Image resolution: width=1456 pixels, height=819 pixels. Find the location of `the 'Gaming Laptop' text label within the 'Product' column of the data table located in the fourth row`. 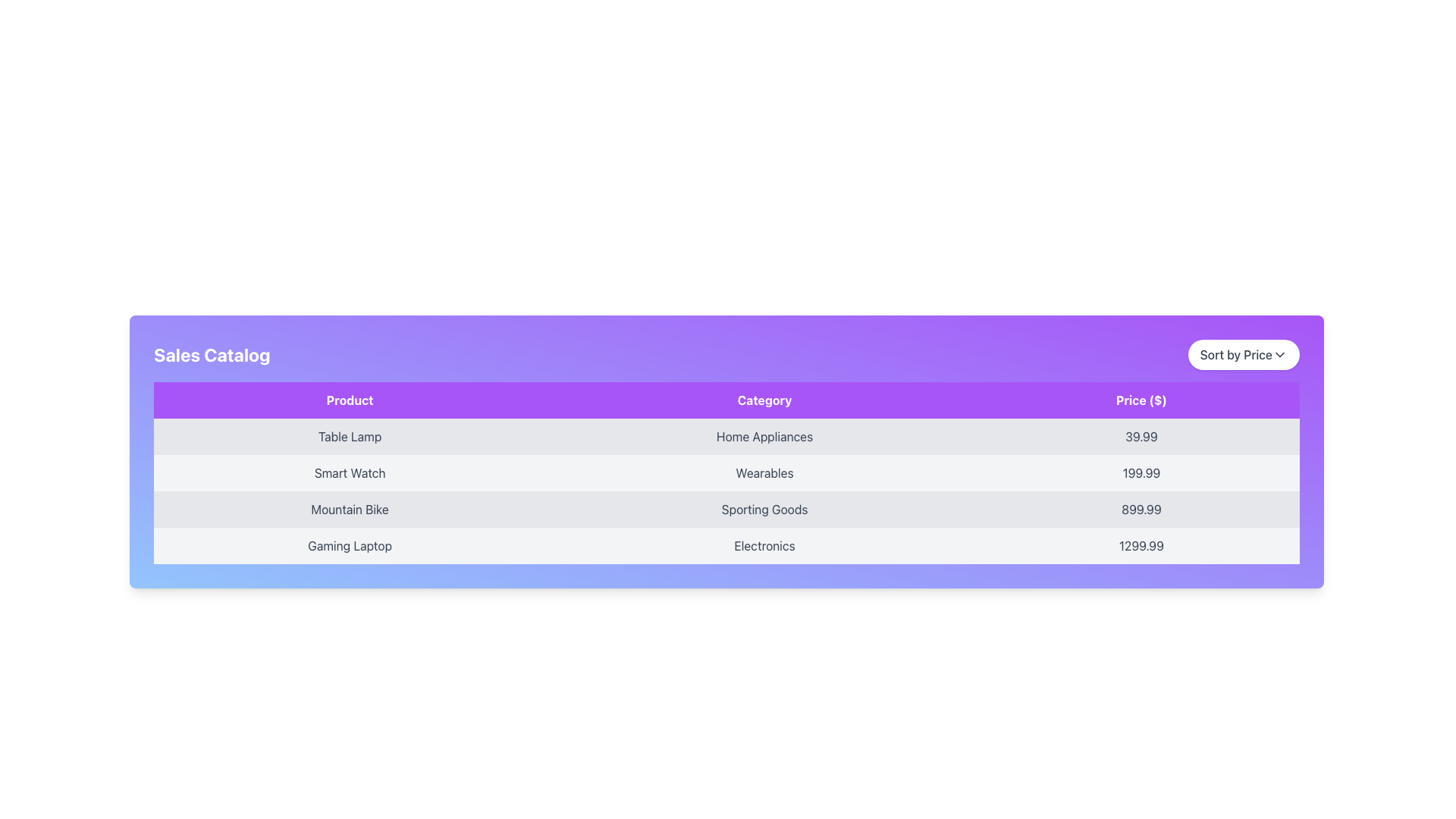

the 'Gaming Laptop' text label within the 'Product' column of the data table located in the fourth row is located at coordinates (349, 546).